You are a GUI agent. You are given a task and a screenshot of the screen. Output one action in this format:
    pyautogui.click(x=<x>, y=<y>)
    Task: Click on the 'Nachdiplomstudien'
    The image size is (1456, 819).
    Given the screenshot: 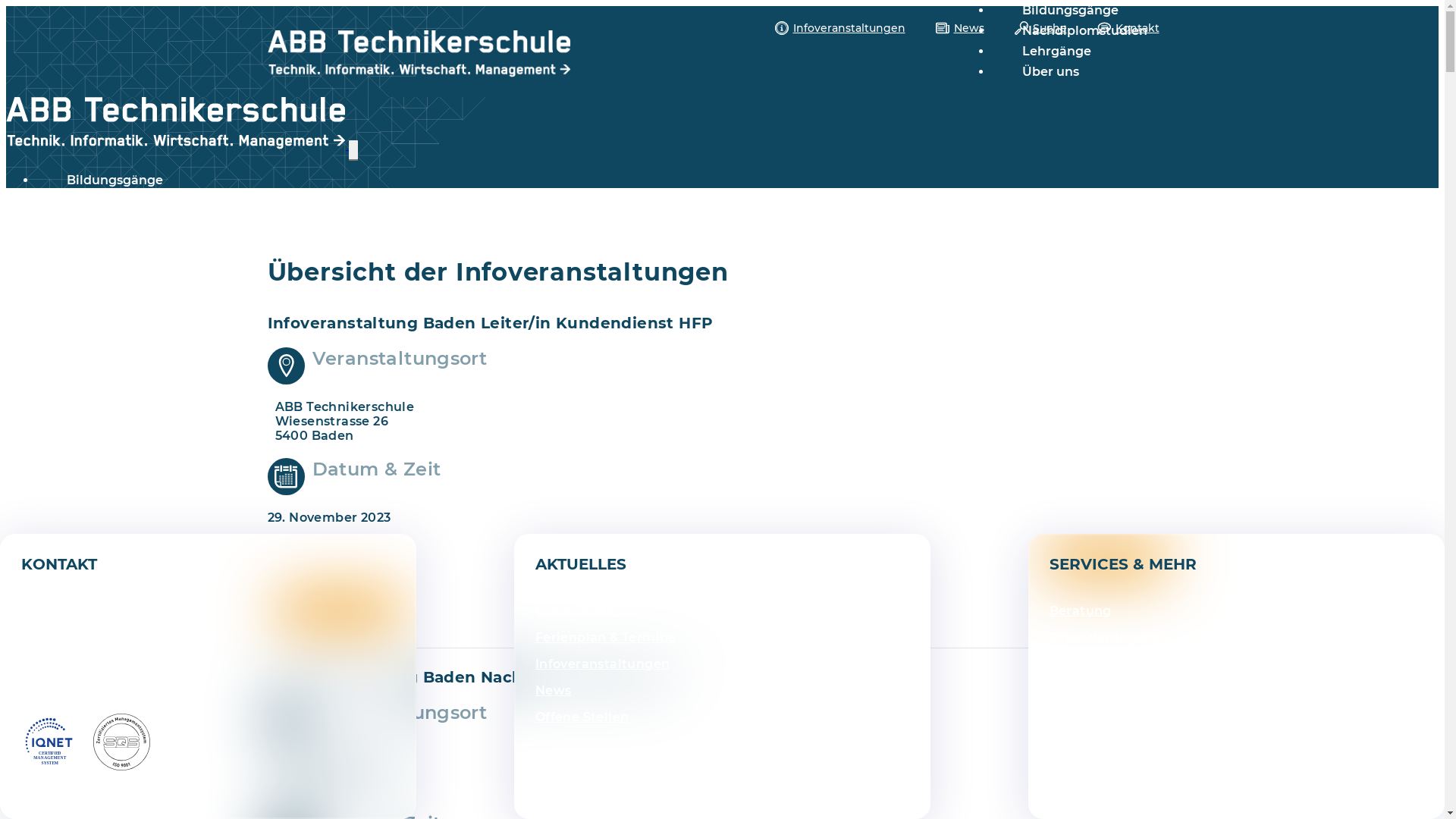 What is the action you would take?
    pyautogui.click(x=1084, y=30)
    